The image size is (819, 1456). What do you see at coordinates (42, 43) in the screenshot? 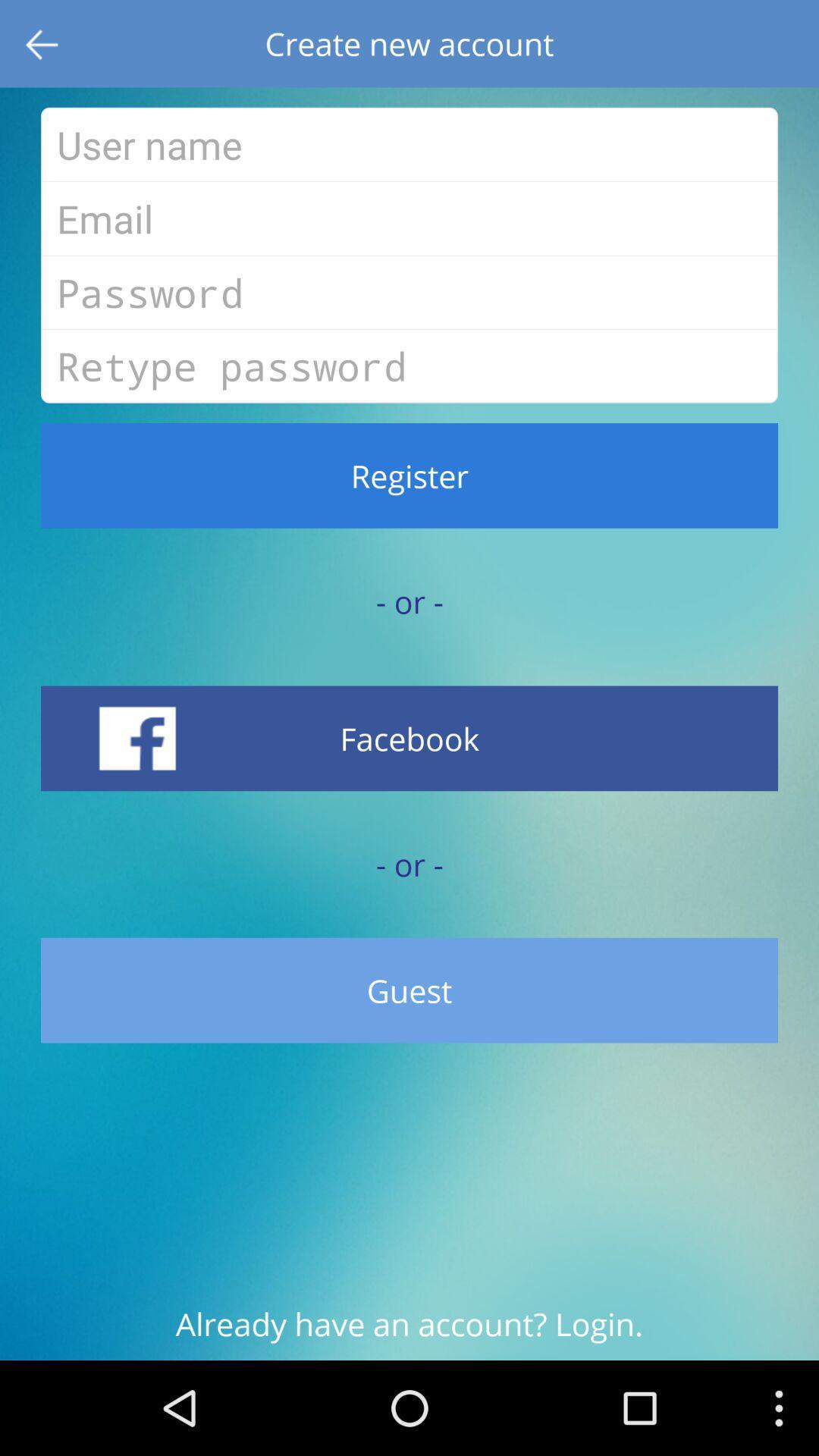
I see `go back` at bounding box center [42, 43].